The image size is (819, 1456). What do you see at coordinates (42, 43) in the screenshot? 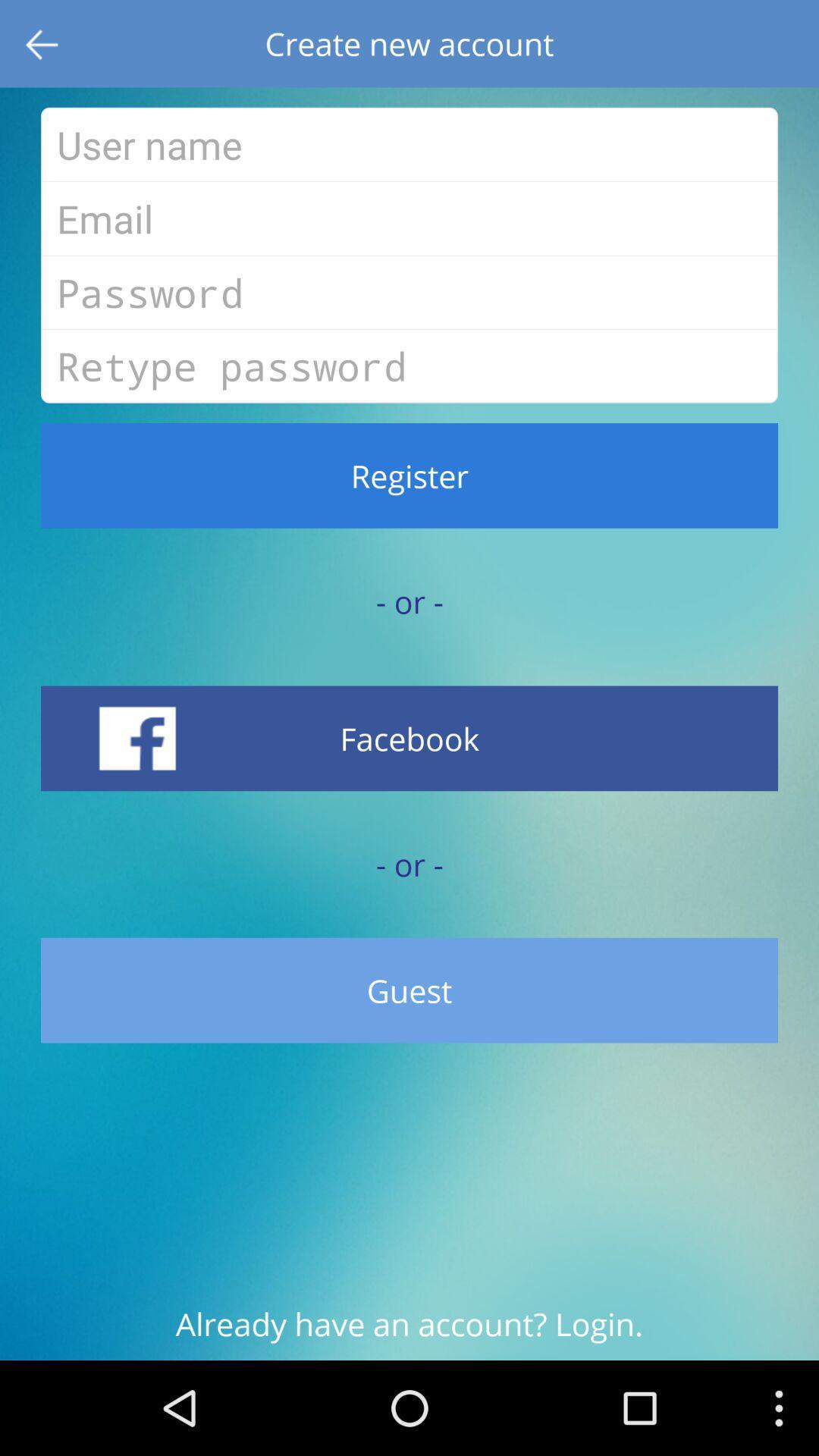
I see `go back` at bounding box center [42, 43].